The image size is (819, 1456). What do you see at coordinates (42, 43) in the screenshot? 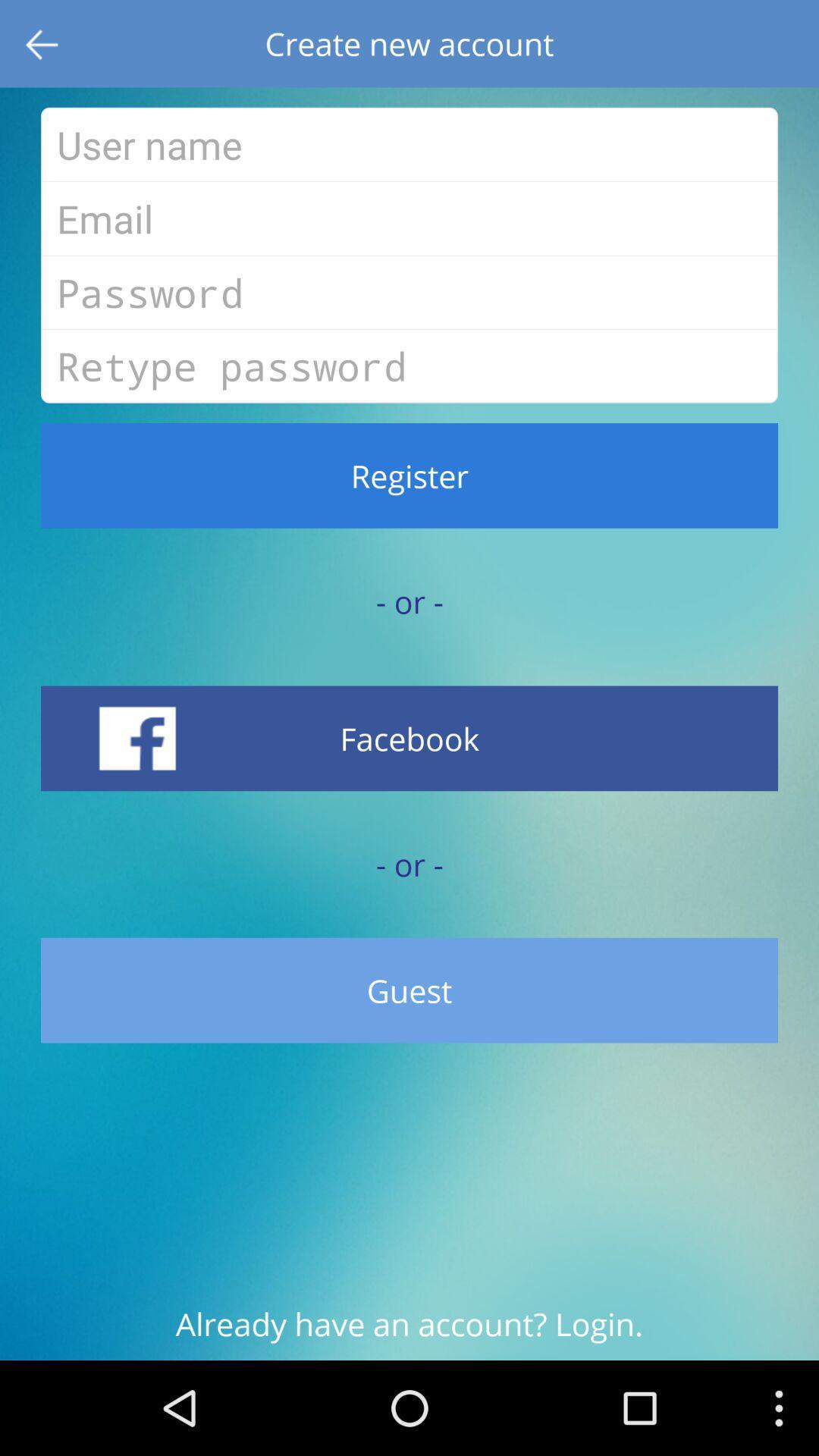
I see `go back` at bounding box center [42, 43].